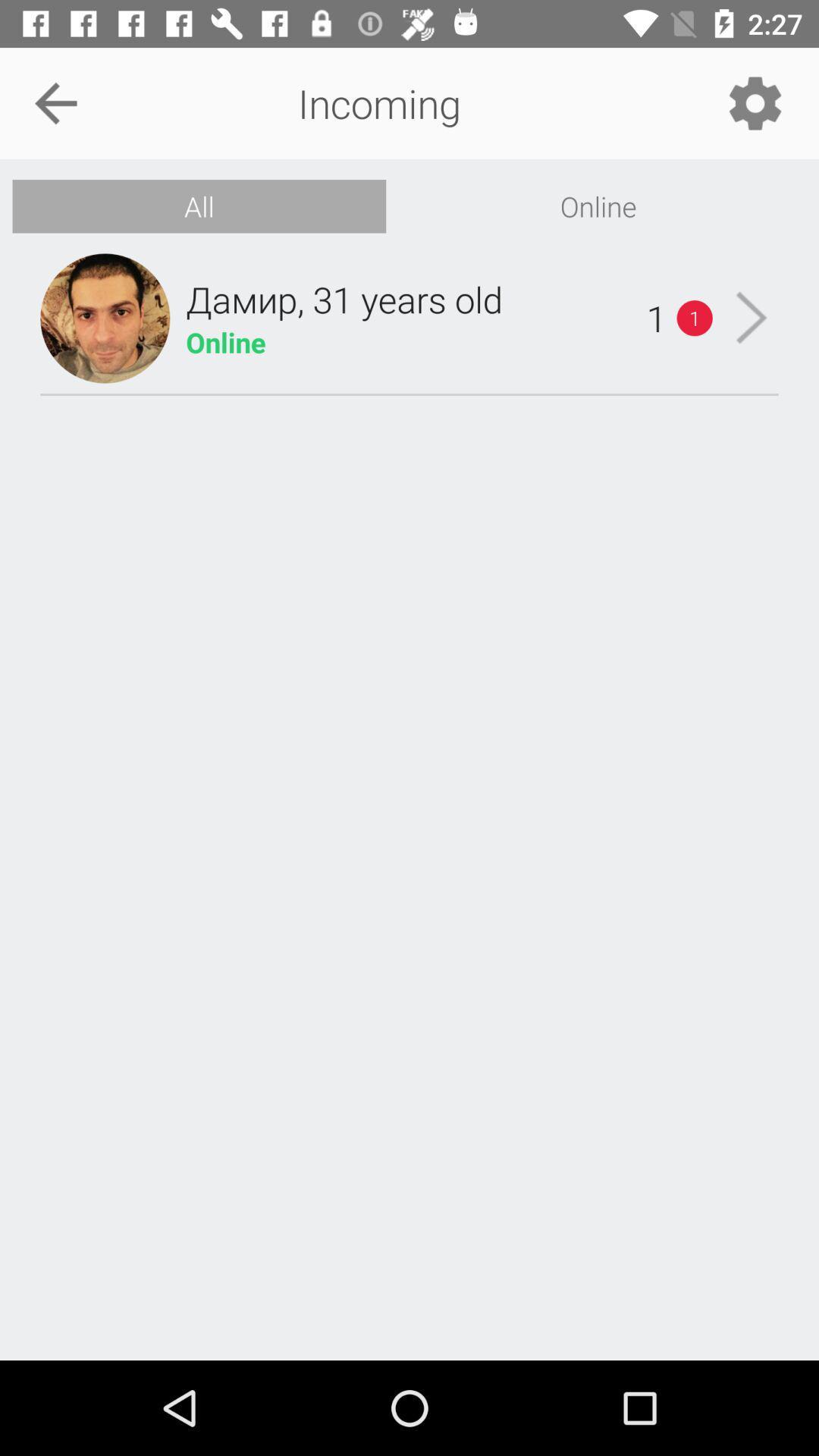 This screenshot has width=819, height=1456. Describe the element at coordinates (55, 102) in the screenshot. I see `item to the left of incoming item` at that location.